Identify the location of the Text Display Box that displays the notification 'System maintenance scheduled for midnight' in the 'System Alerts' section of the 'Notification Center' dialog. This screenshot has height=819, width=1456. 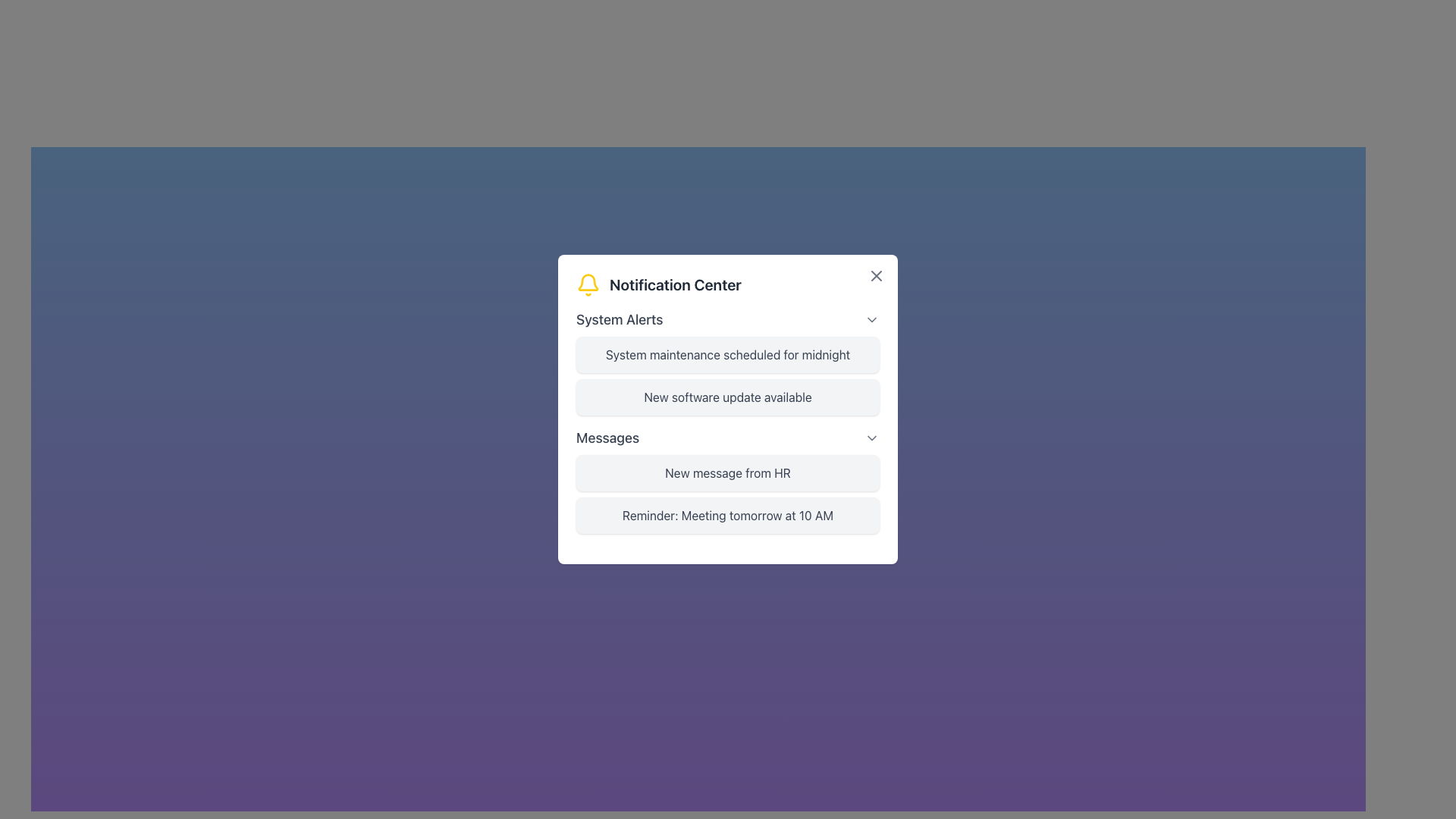
(728, 354).